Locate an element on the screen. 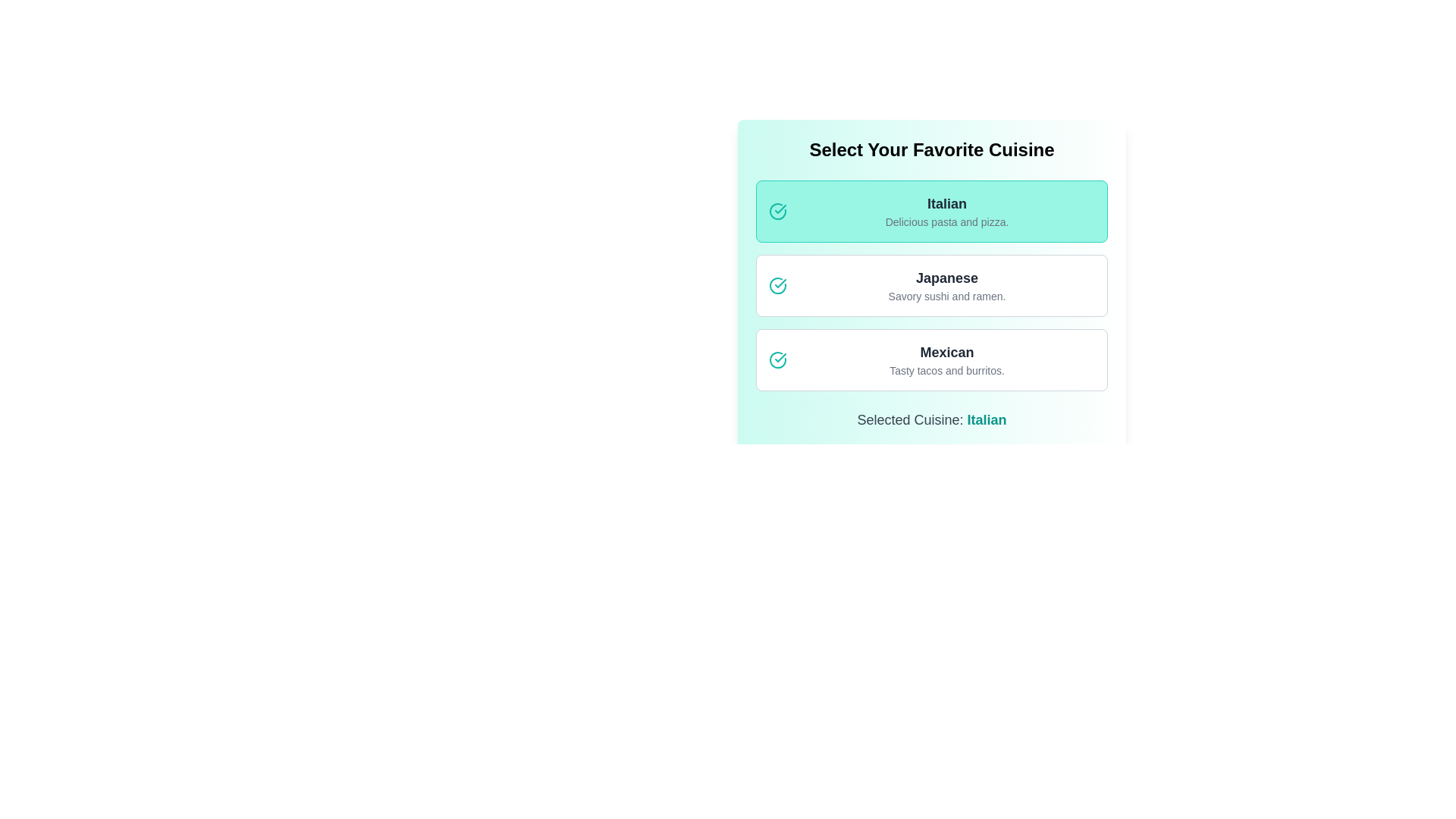  the Japanese cuisine option in the selectable list group, which is the second entry with a teal background indicating selection is located at coordinates (930, 286).